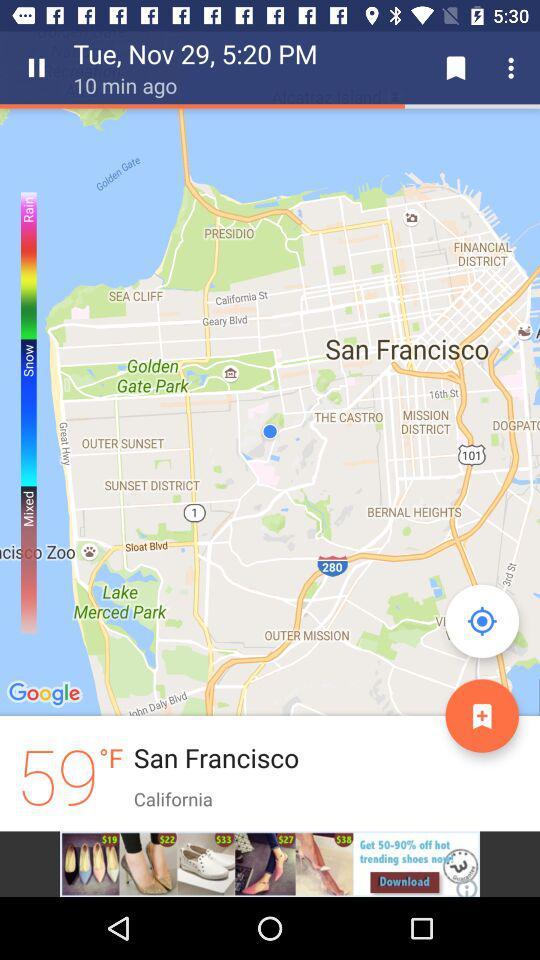 Image resolution: width=540 pixels, height=960 pixels. Describe the element at coordinates (481, 620) in the screenshot. I see `the second button from bottom` at that location.